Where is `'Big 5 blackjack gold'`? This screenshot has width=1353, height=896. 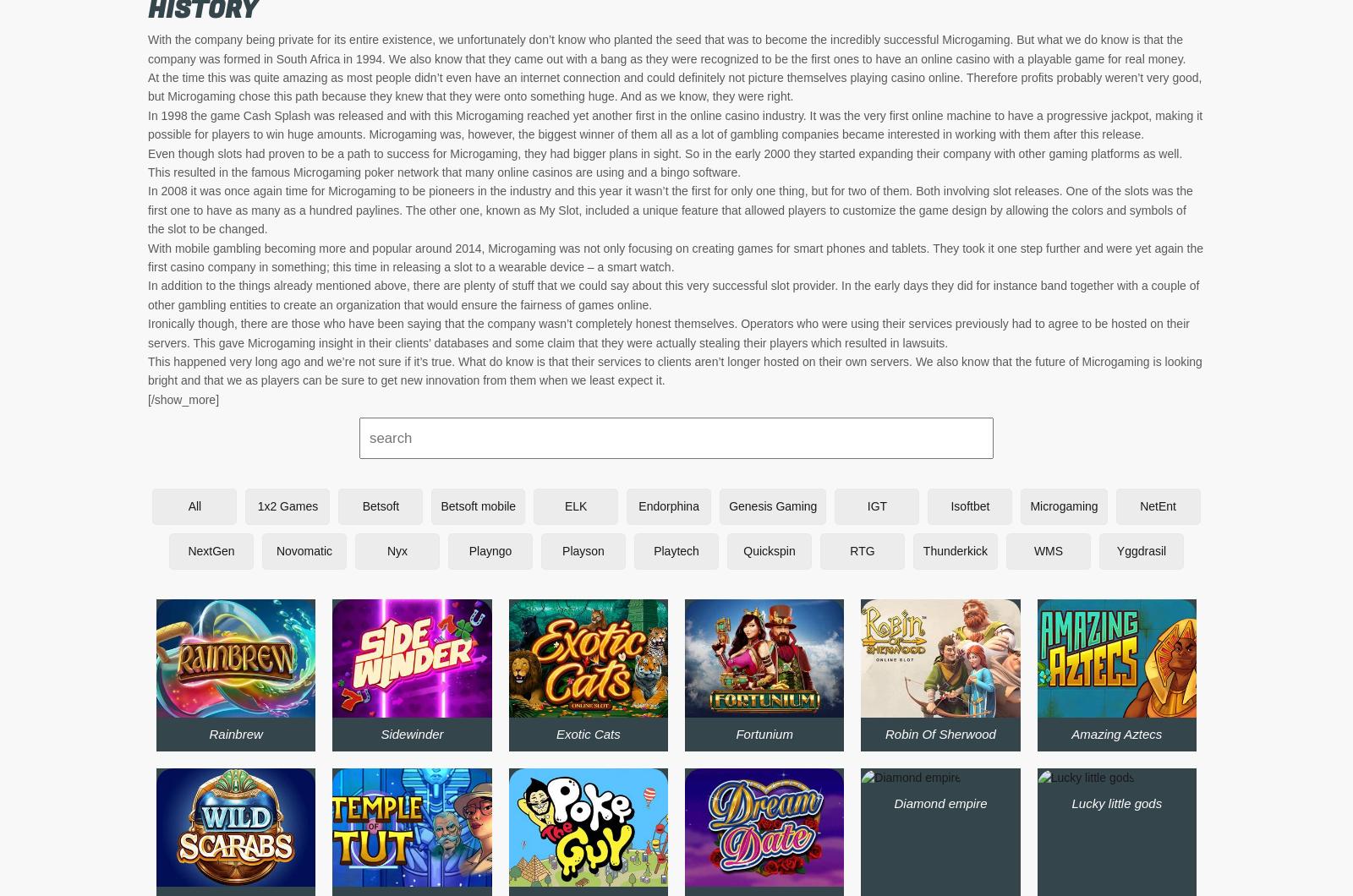 'Big 5 blackjack gold' is located at coordinates (588, 626).